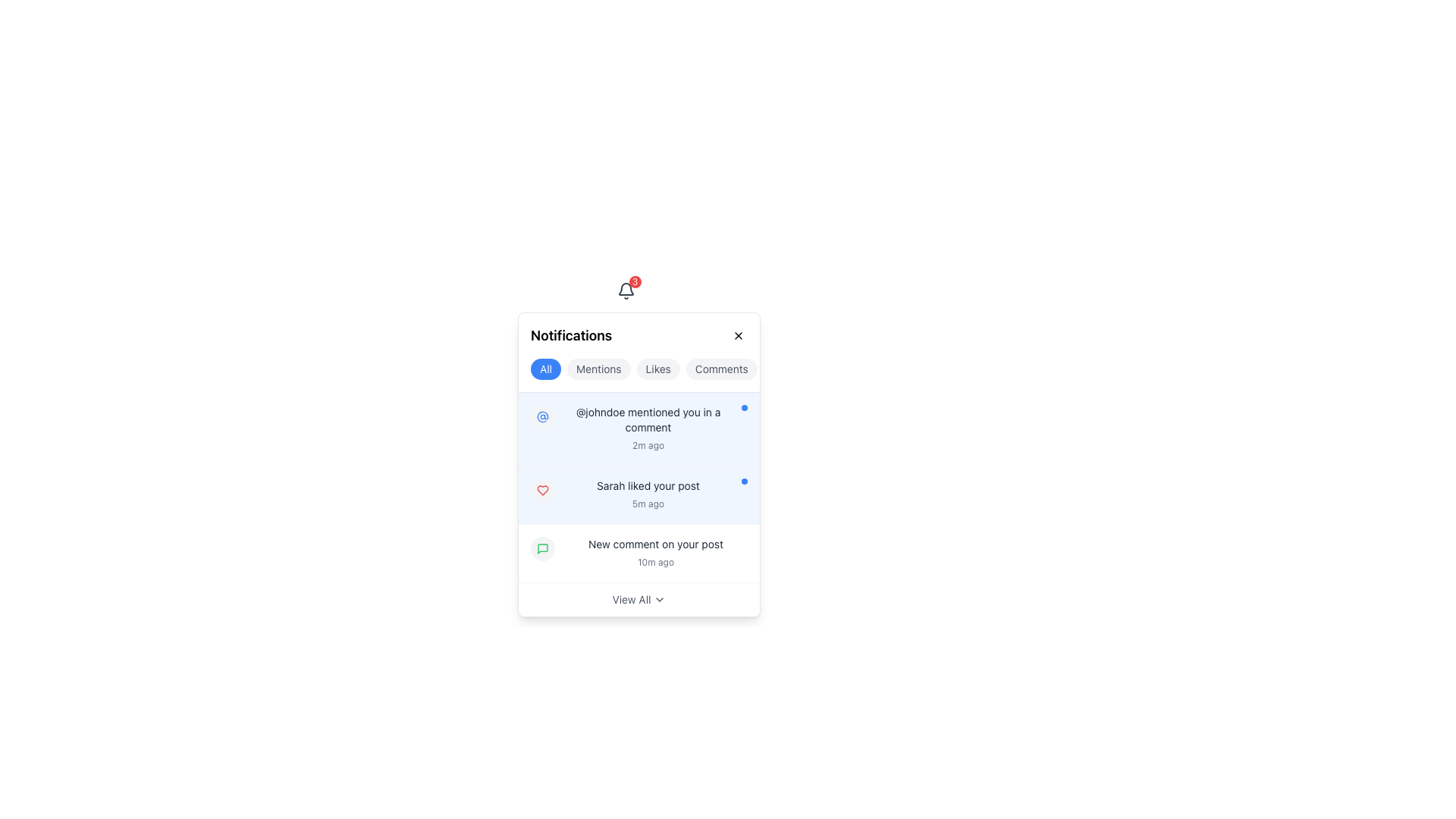  Describe the element at coordinates (639, 429) in the screenshot. I see `the first notification item that contains the text '@johndoe mentioned you in a comment'` at that location.